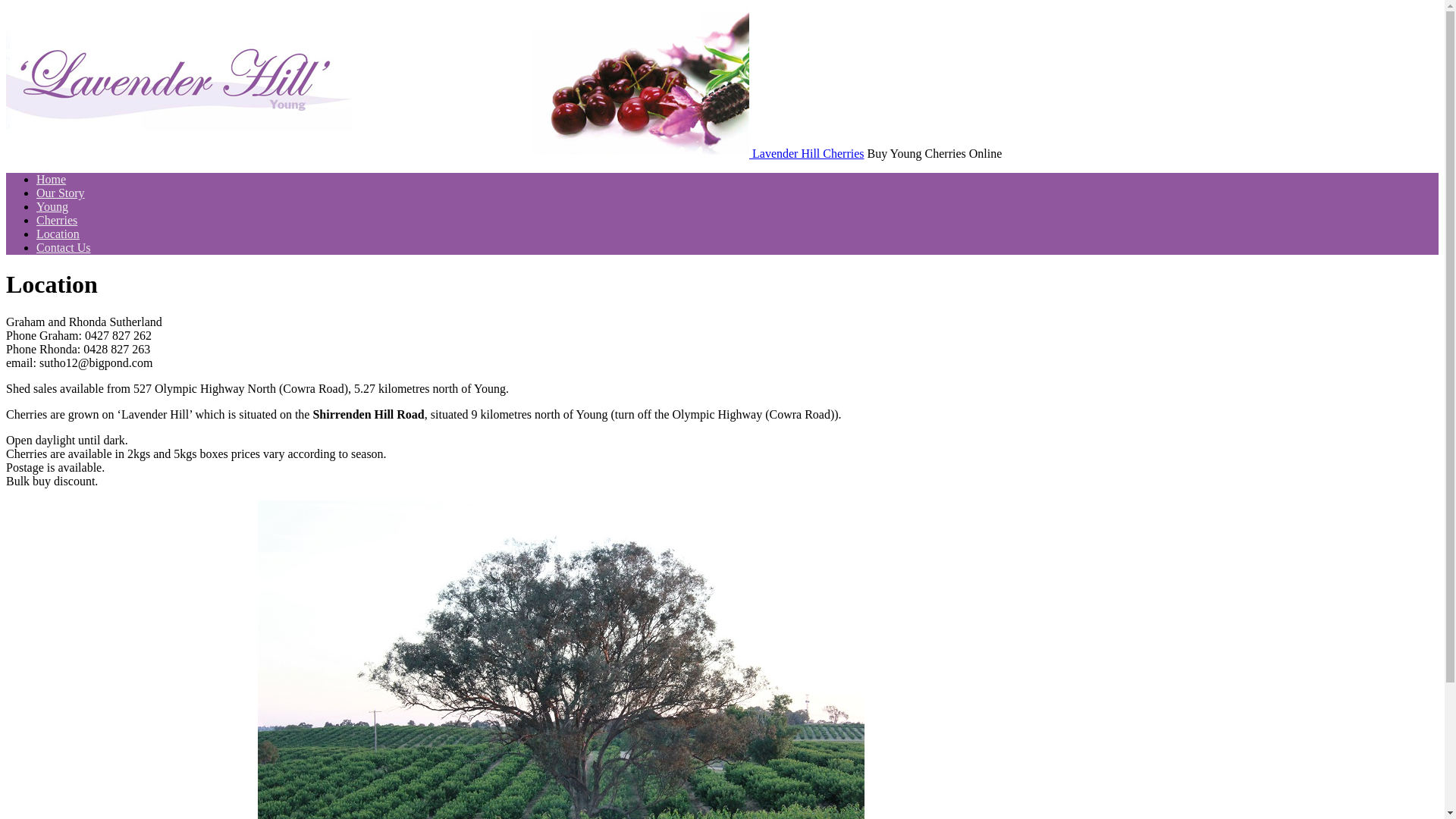 This screenshot has width=1456, height=819. What do you see at coordinates (36, 220) in the screenshot?
I see `'Cherries'` at bounding box center [36, 220].